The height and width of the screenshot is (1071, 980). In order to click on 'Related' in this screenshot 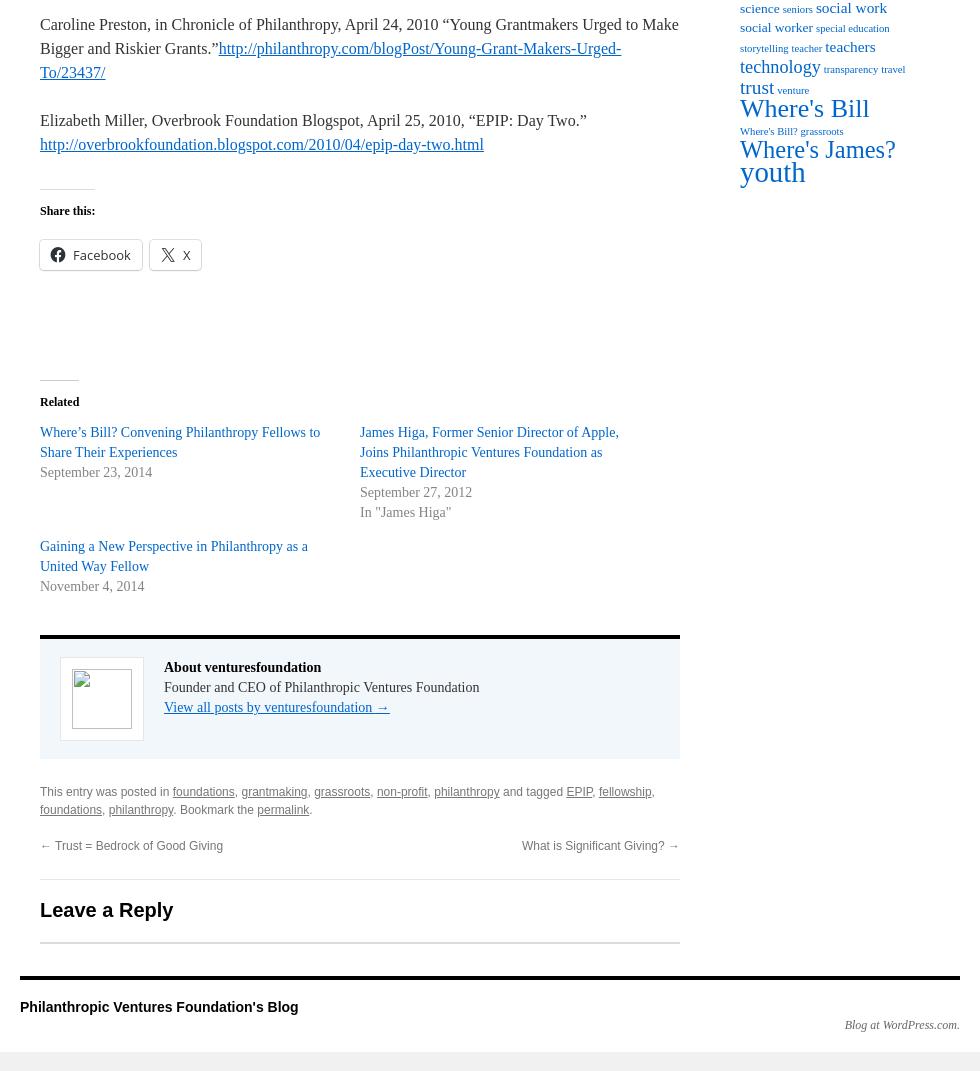, I will do `click(59, 402)`.